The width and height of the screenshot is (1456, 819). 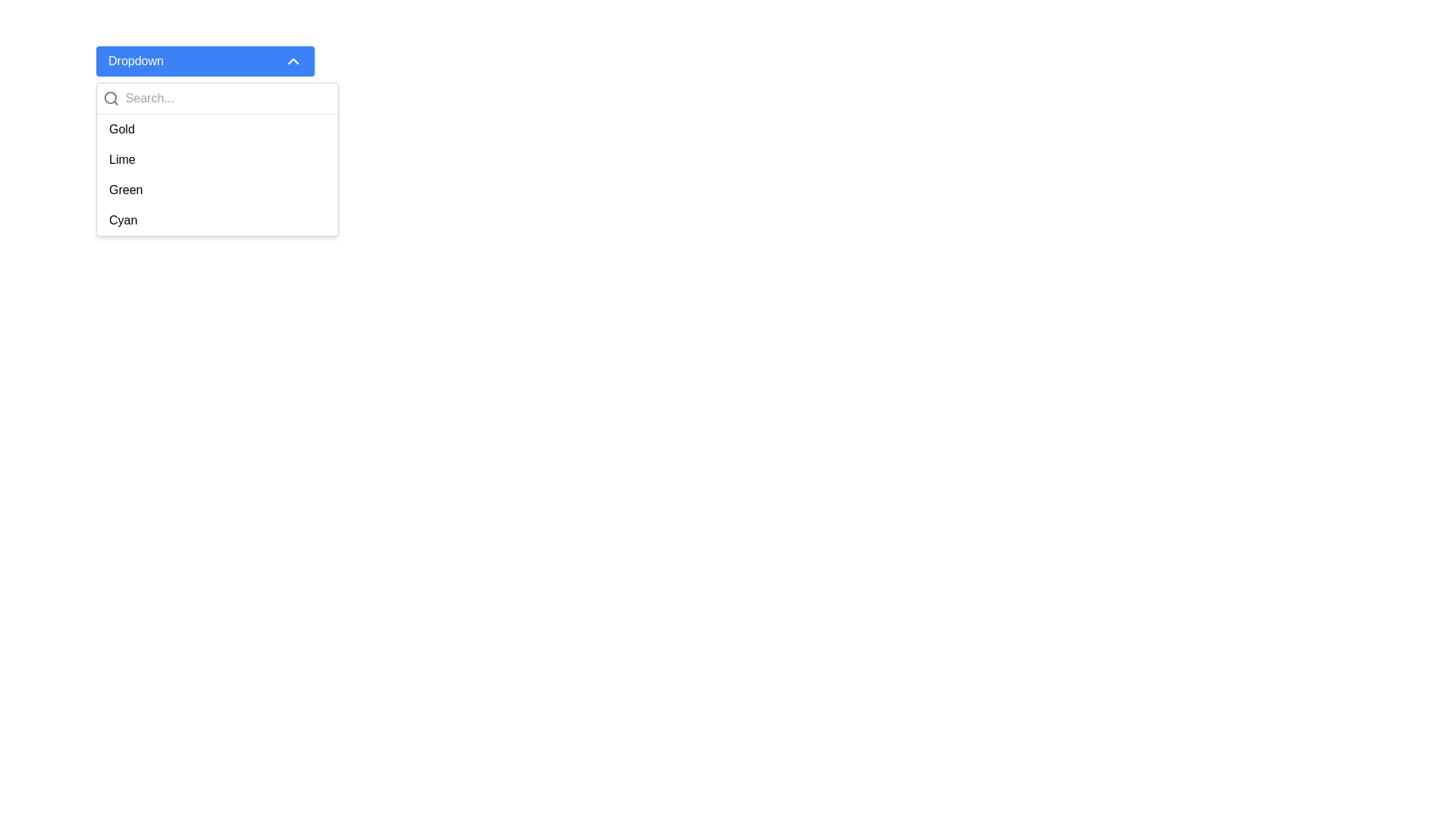 I want to click on the blue rectangular button labeled 'Dropdown' which has a chevron-up icon on its right, so click(x=204, y=76).